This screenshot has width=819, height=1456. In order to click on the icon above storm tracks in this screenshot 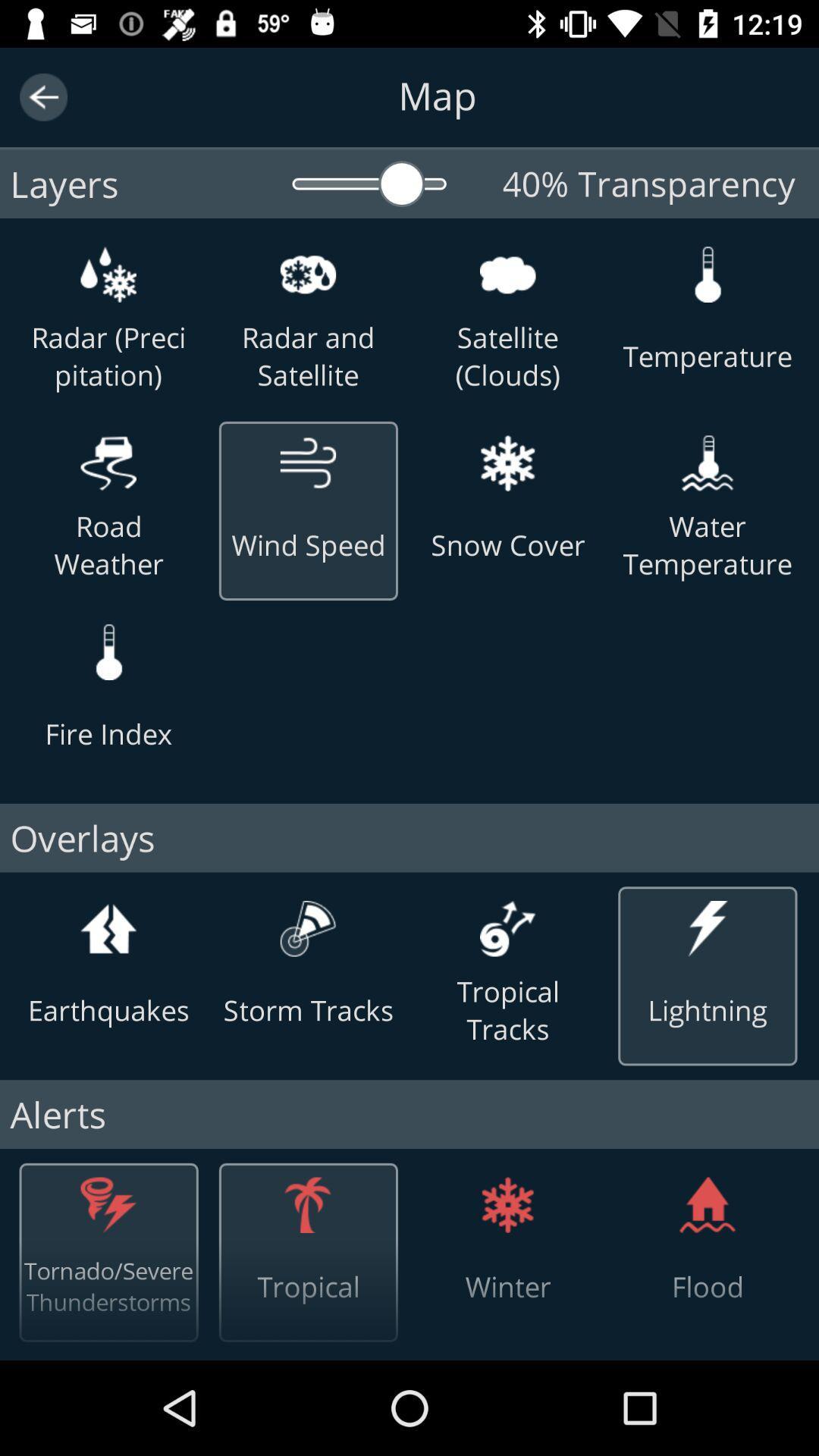, I will do `click(307, 927)`.